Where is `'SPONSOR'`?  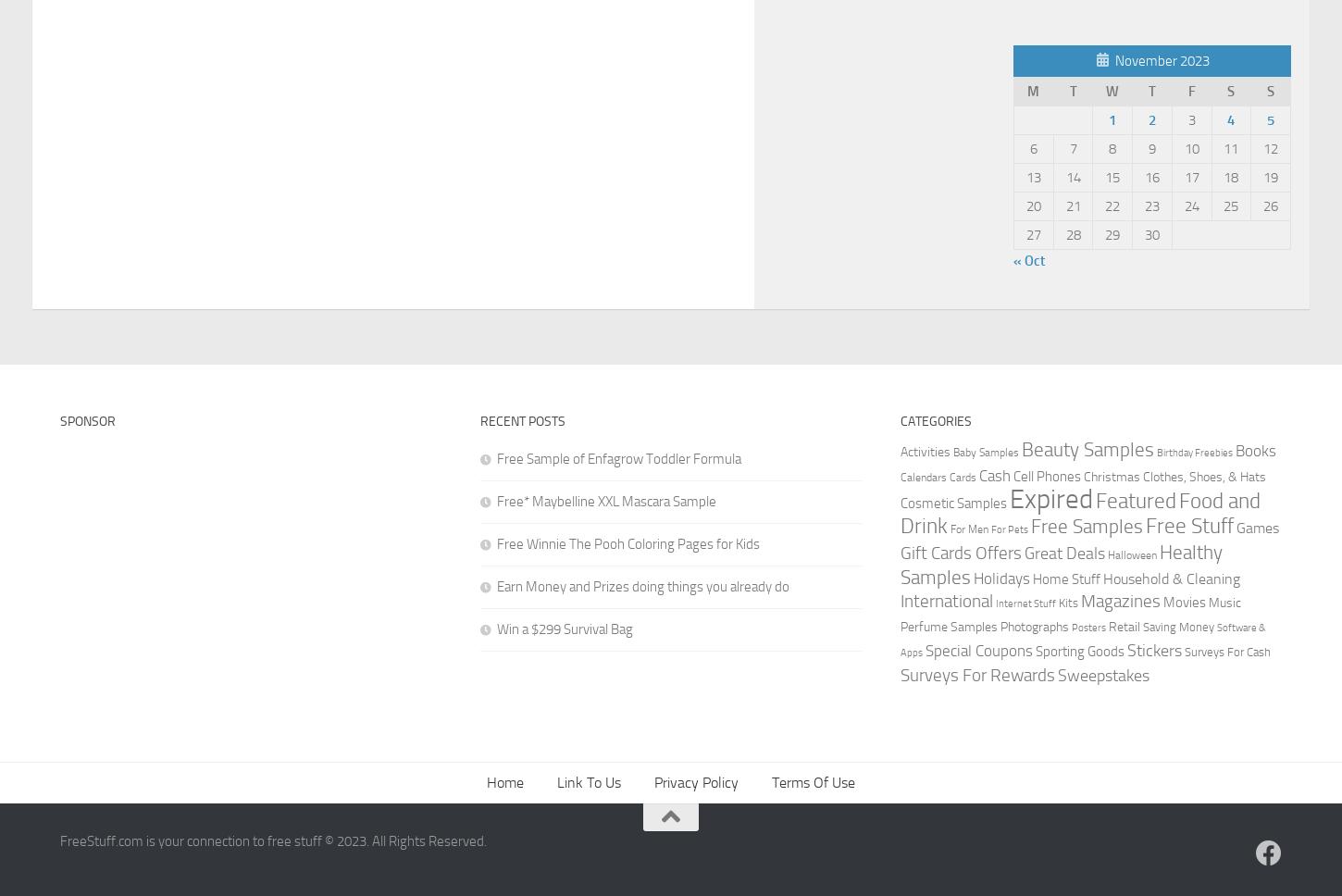 'SPONSOR' is located at coordinates (87, 420).